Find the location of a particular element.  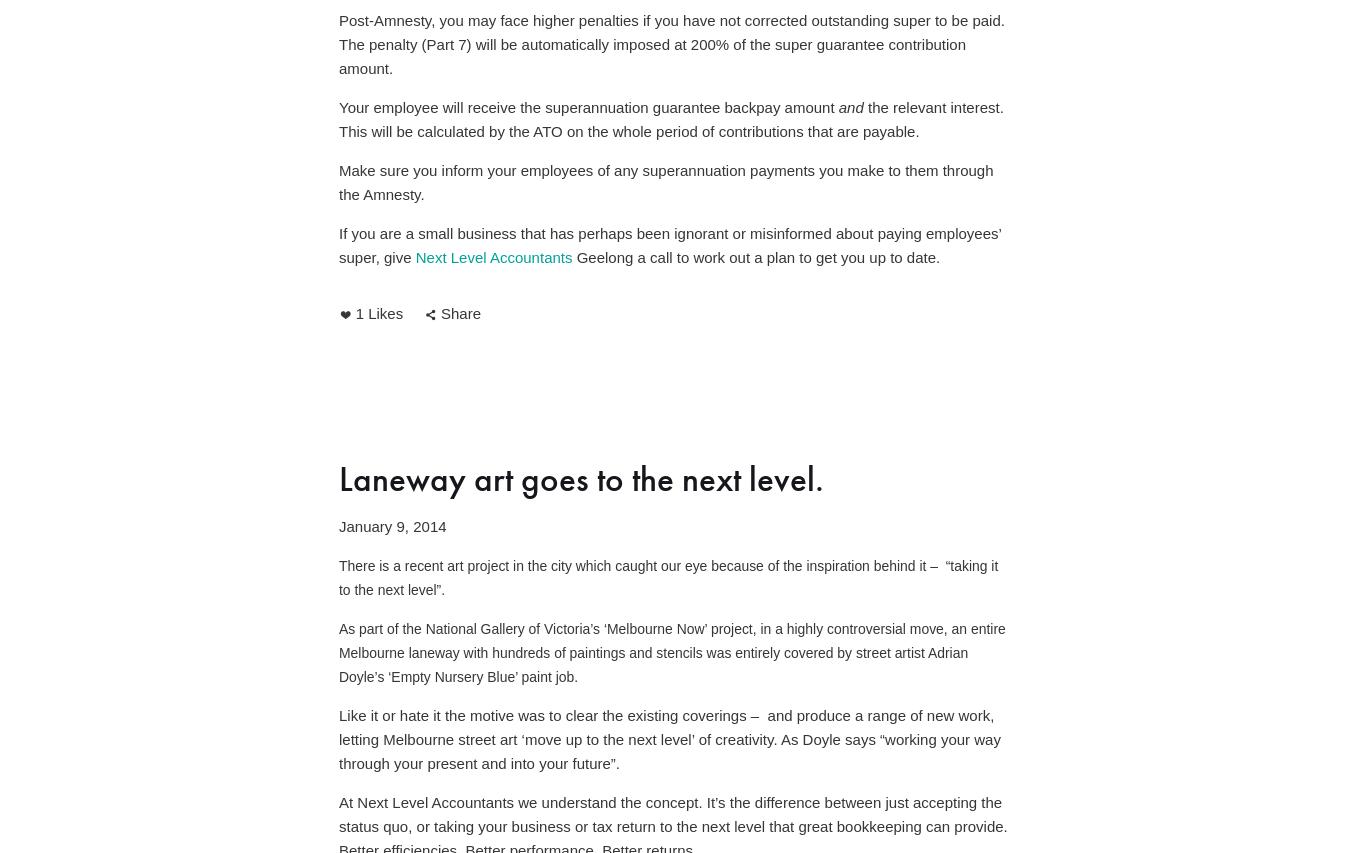

'Post-Amnesty, you may face higher penalties if you have not corrected outstanding super to be paid. The penalty (Part 7) will be automatically imposed at 200% of the super guarantee contribution amount.' is located at coordinates (673, 44).